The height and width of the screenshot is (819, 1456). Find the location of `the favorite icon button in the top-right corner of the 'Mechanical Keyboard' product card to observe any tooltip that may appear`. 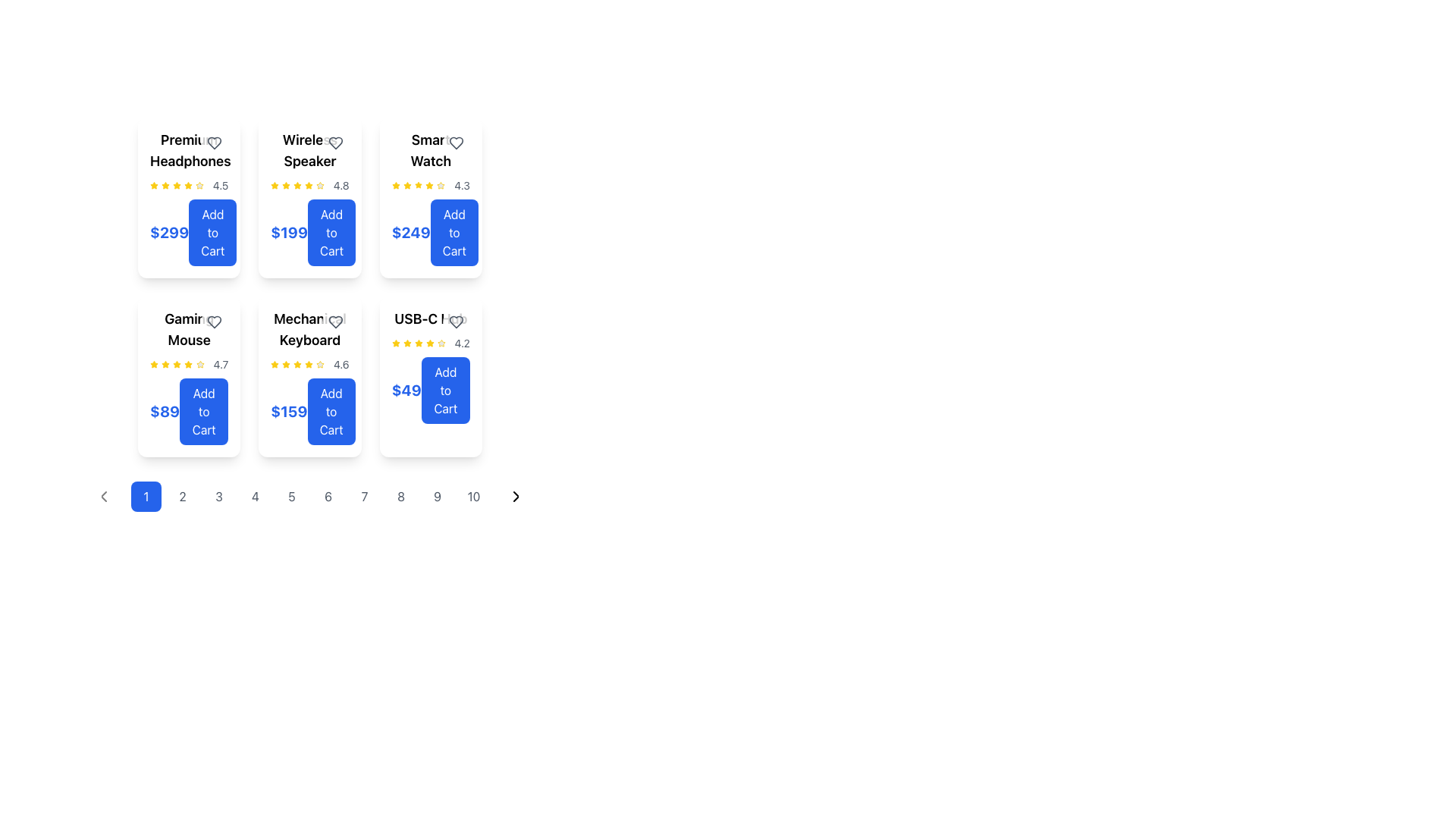

the favorite icon button in the top-right corner of the 'Mechanical Keyboard' product card to observe any tooltip that may appear is located at coordinates (334, 321).